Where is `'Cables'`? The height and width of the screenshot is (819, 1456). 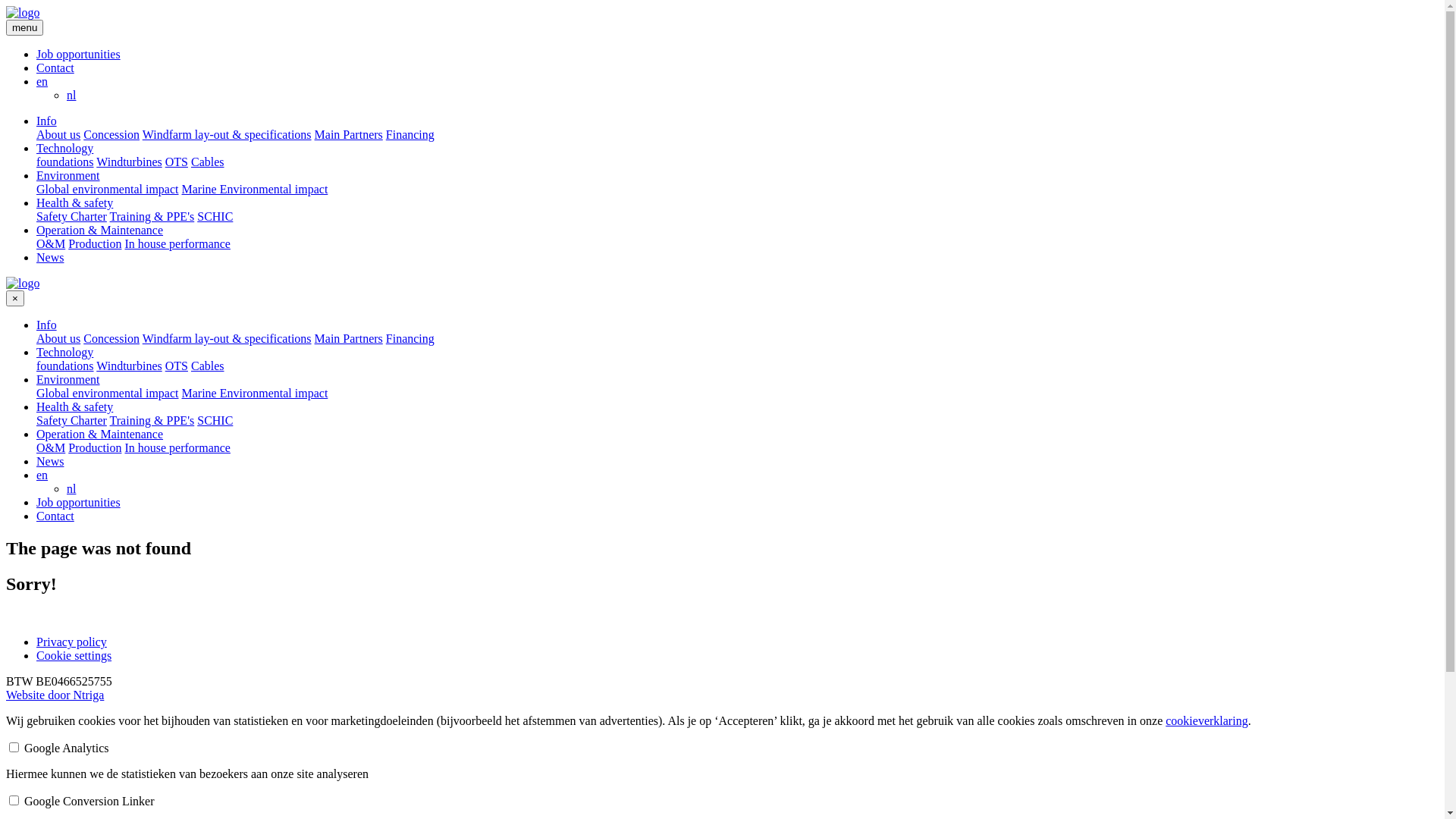
'Cables' is located at coordinates (206, 366).